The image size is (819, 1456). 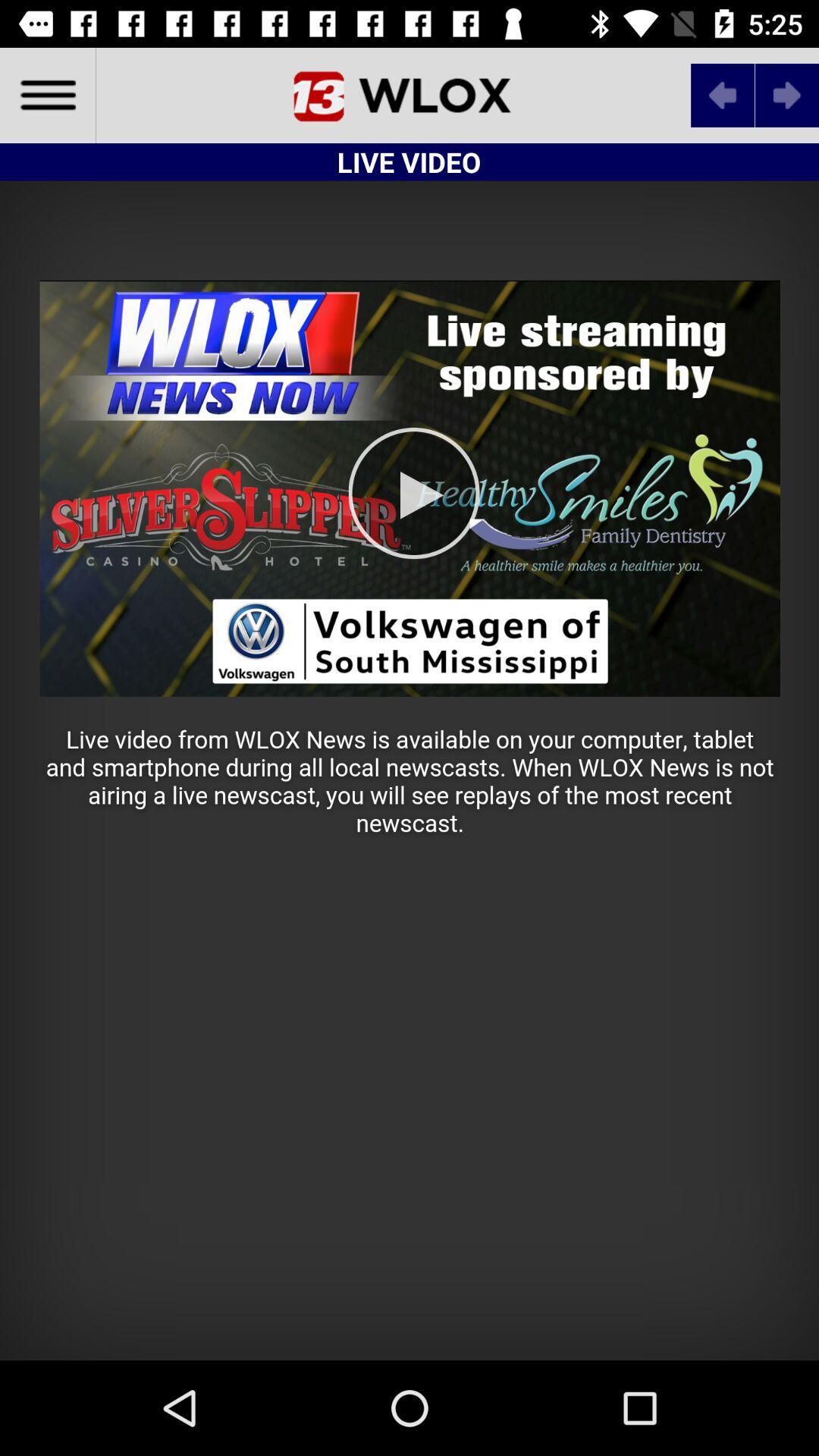 What do you see at coordinates (46, 94) in the screenshot?
I see `the menu icon` at bounding box center [46, 94].